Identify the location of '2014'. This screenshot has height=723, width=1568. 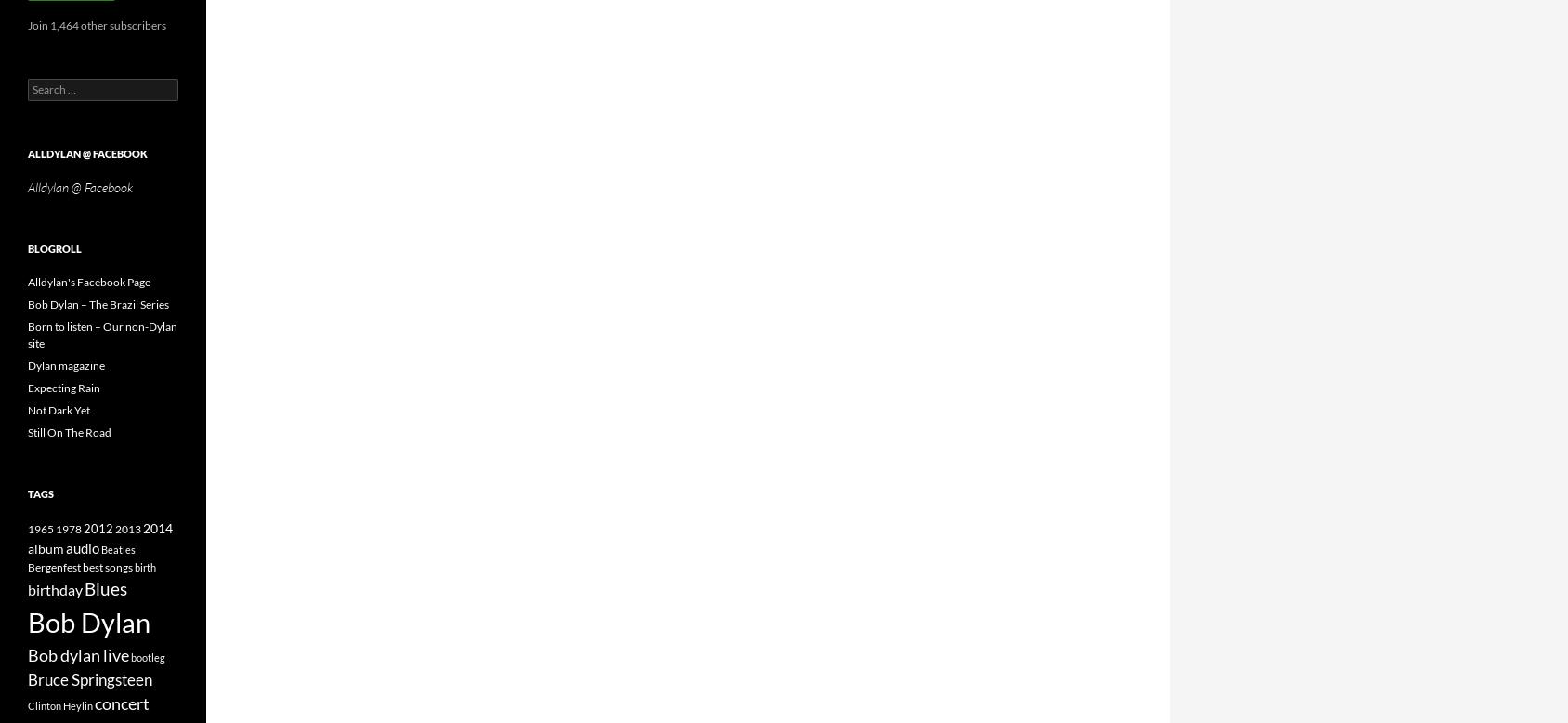
(157, 528).